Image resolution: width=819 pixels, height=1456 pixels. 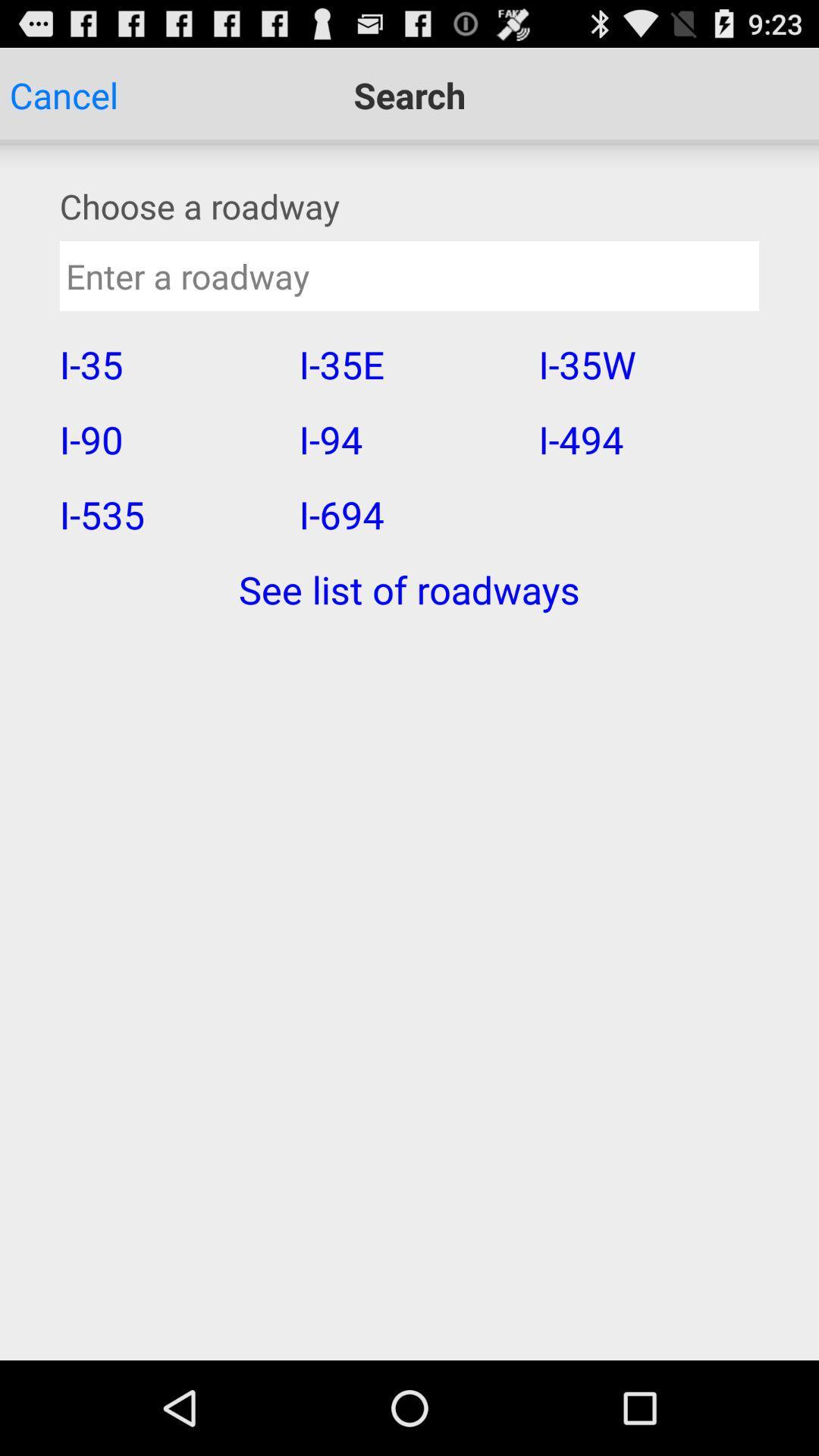 What do you see at coordinates (169, 438) in the screenshot?
I see `the i-90` at bounding box center [169, 438].